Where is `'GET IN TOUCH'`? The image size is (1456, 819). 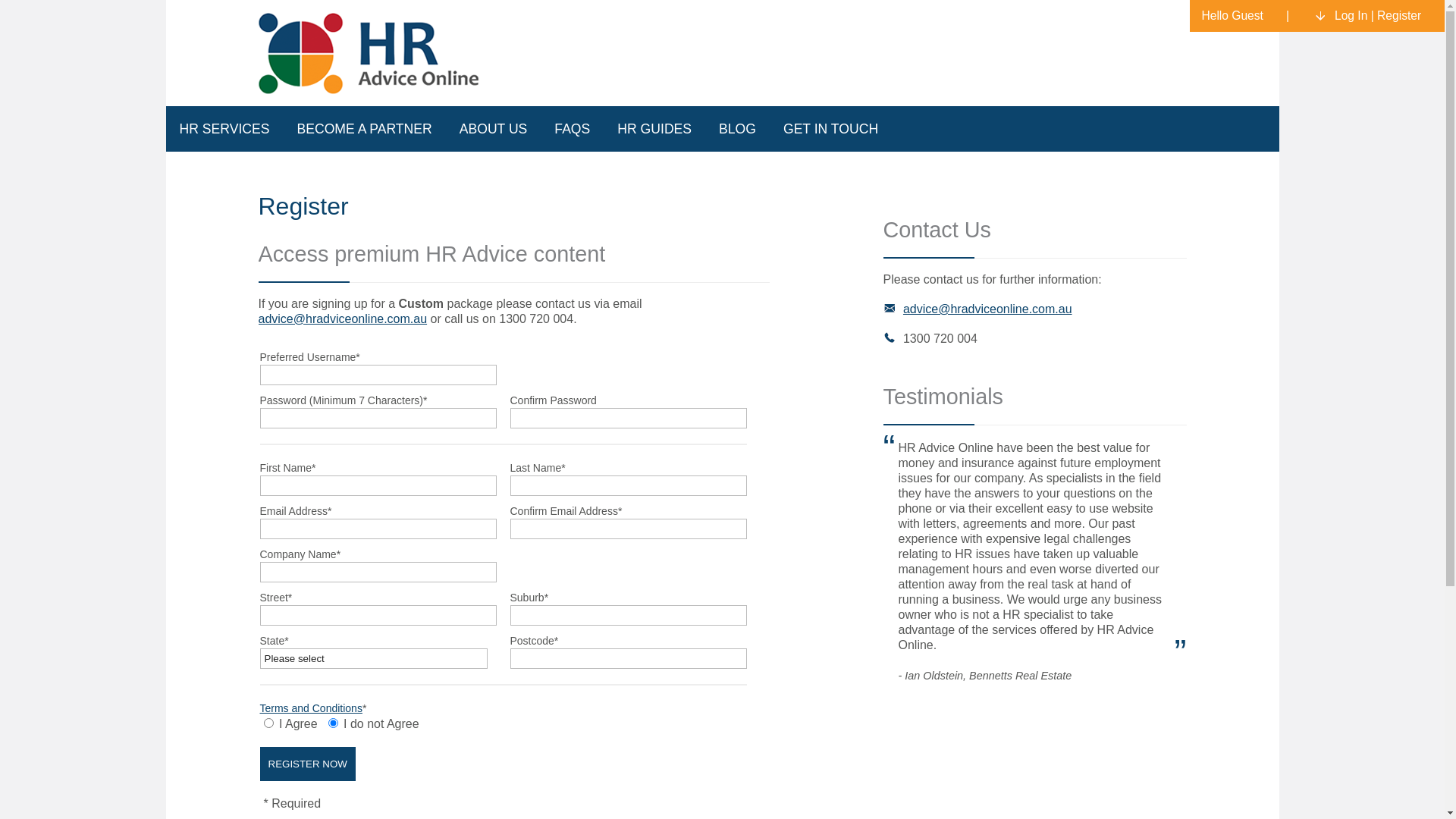
'GET IN TOUCH' is located at coordinates (830, 127).